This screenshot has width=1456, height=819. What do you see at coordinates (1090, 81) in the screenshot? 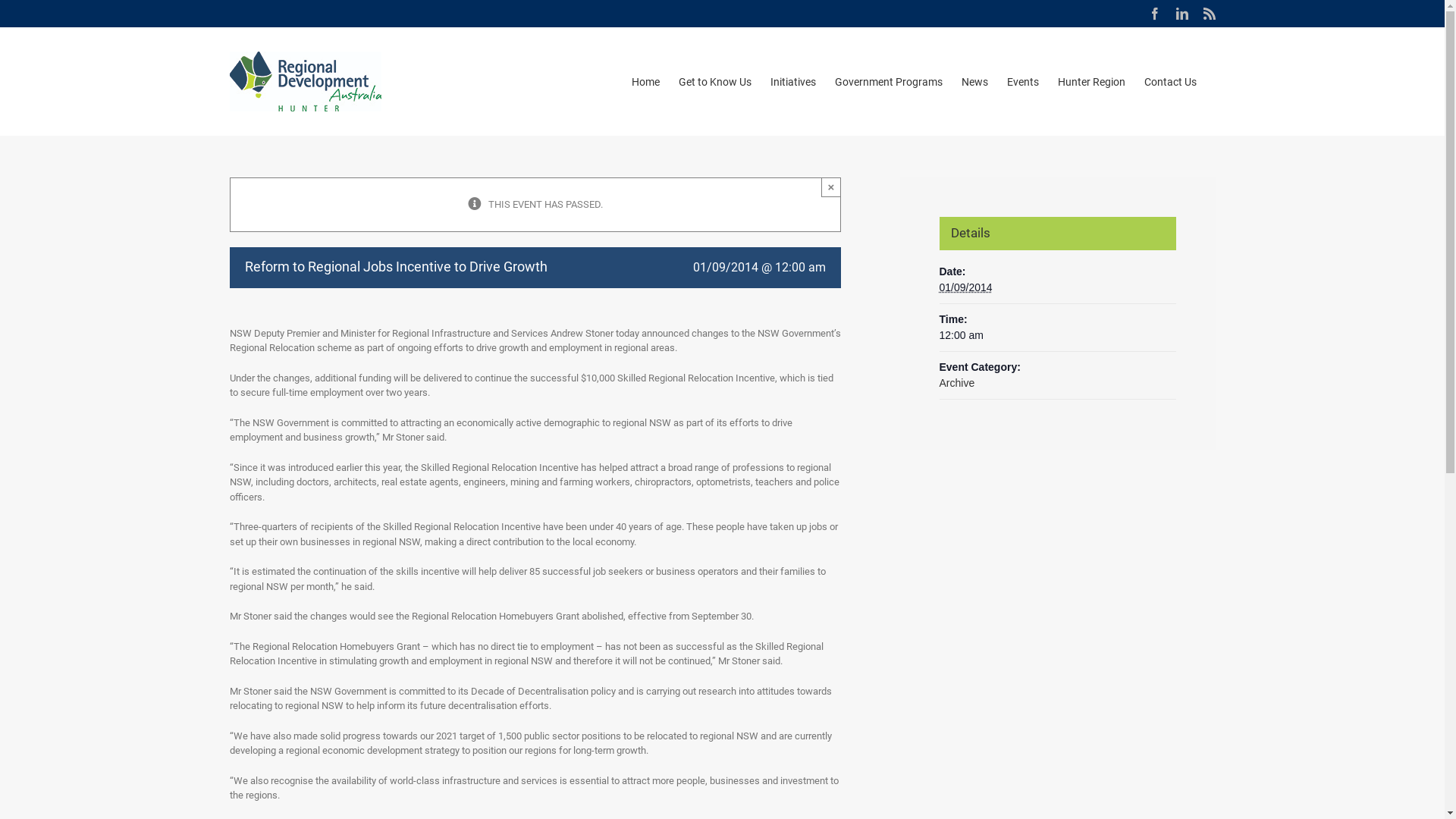
I see `'Hunter Region'` at bounding box center [1090, 81].